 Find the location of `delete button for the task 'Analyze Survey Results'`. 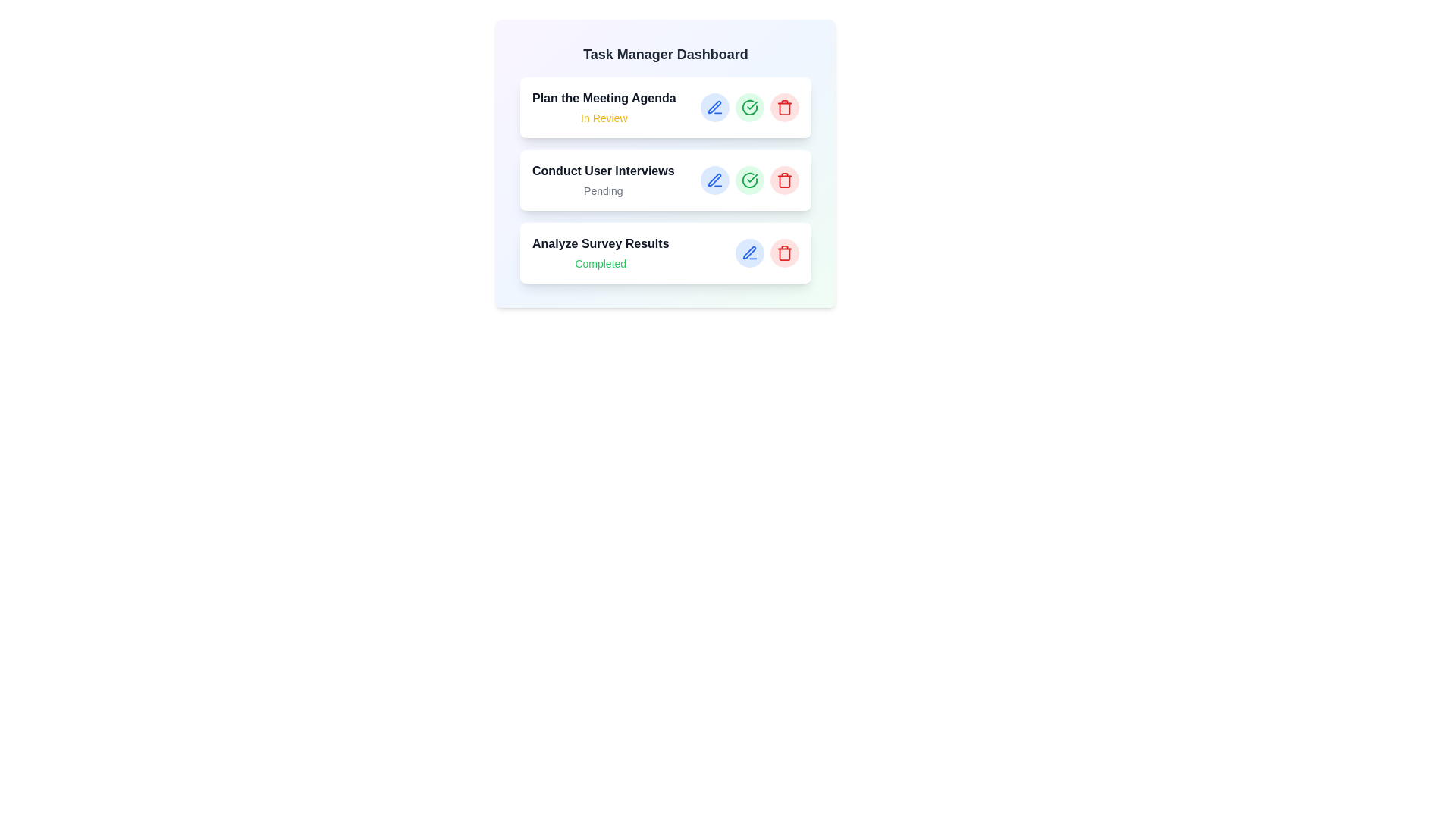

delete button for the task 'Analyze Survey Results' is located at coordinates (785, 253).